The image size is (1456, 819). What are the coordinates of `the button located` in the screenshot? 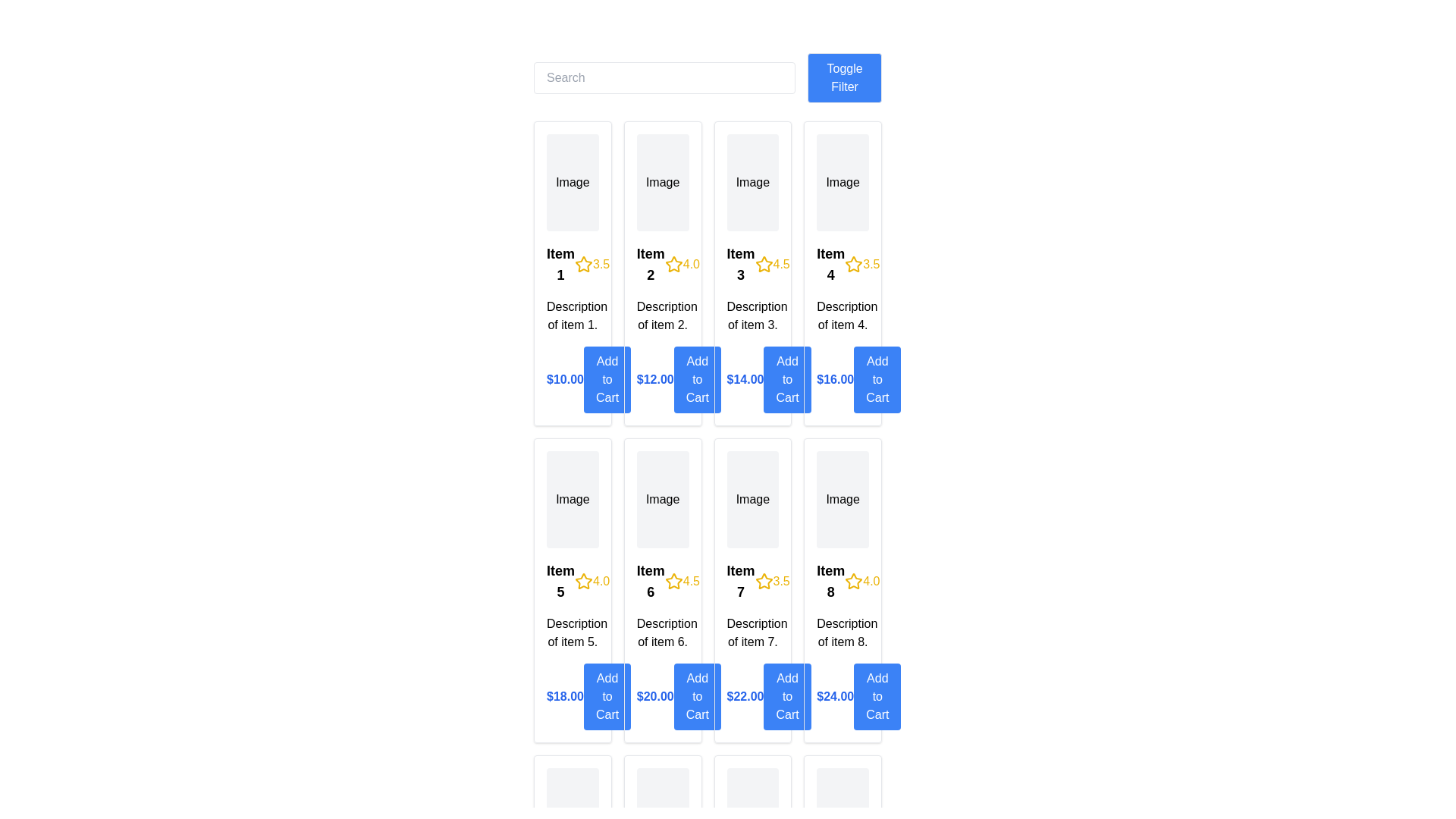 It's located at (696, 696).